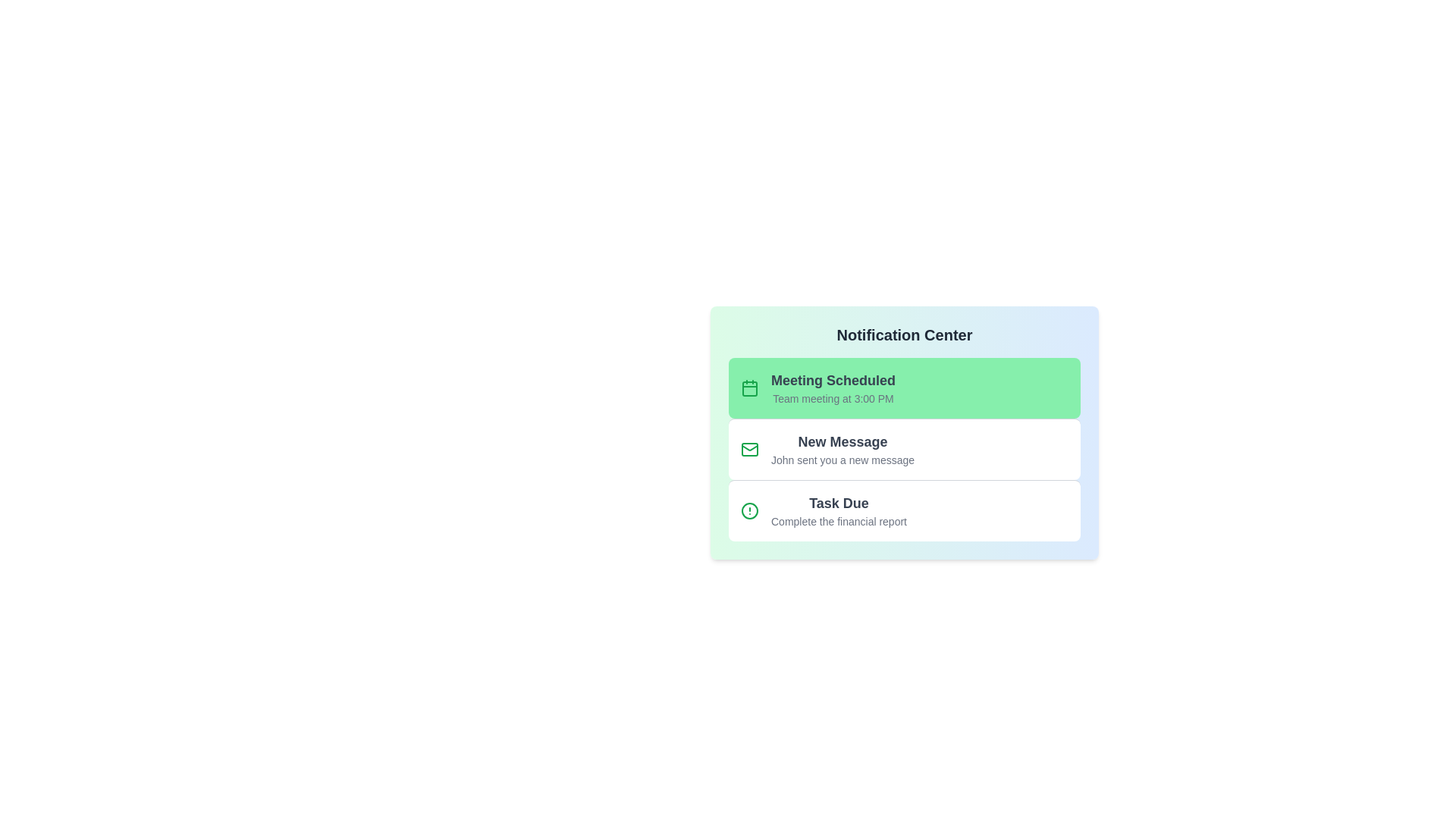 The height and width of the screenshot is (819, 1456). What do you see at coordinates (905, 510) in the screenshot?
I see `the notification item Task Due to observe its hover effect` at bounding box center [905, 510].